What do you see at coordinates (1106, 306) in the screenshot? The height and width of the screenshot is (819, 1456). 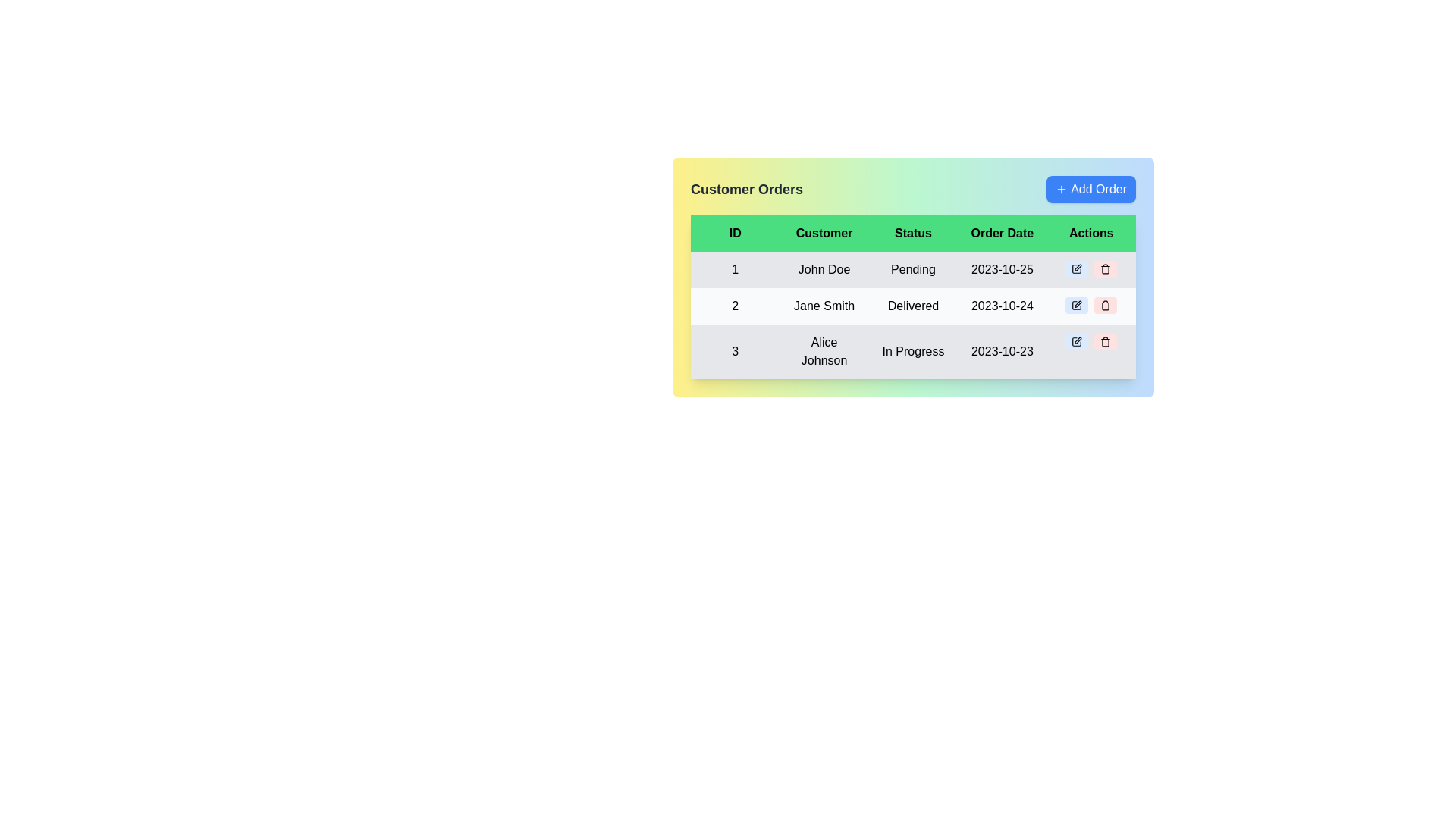 I see `the trash bin icon in the 'Actions' column of the second entry in the 'Customer Orders' table` at bounding box center [1106, 306].